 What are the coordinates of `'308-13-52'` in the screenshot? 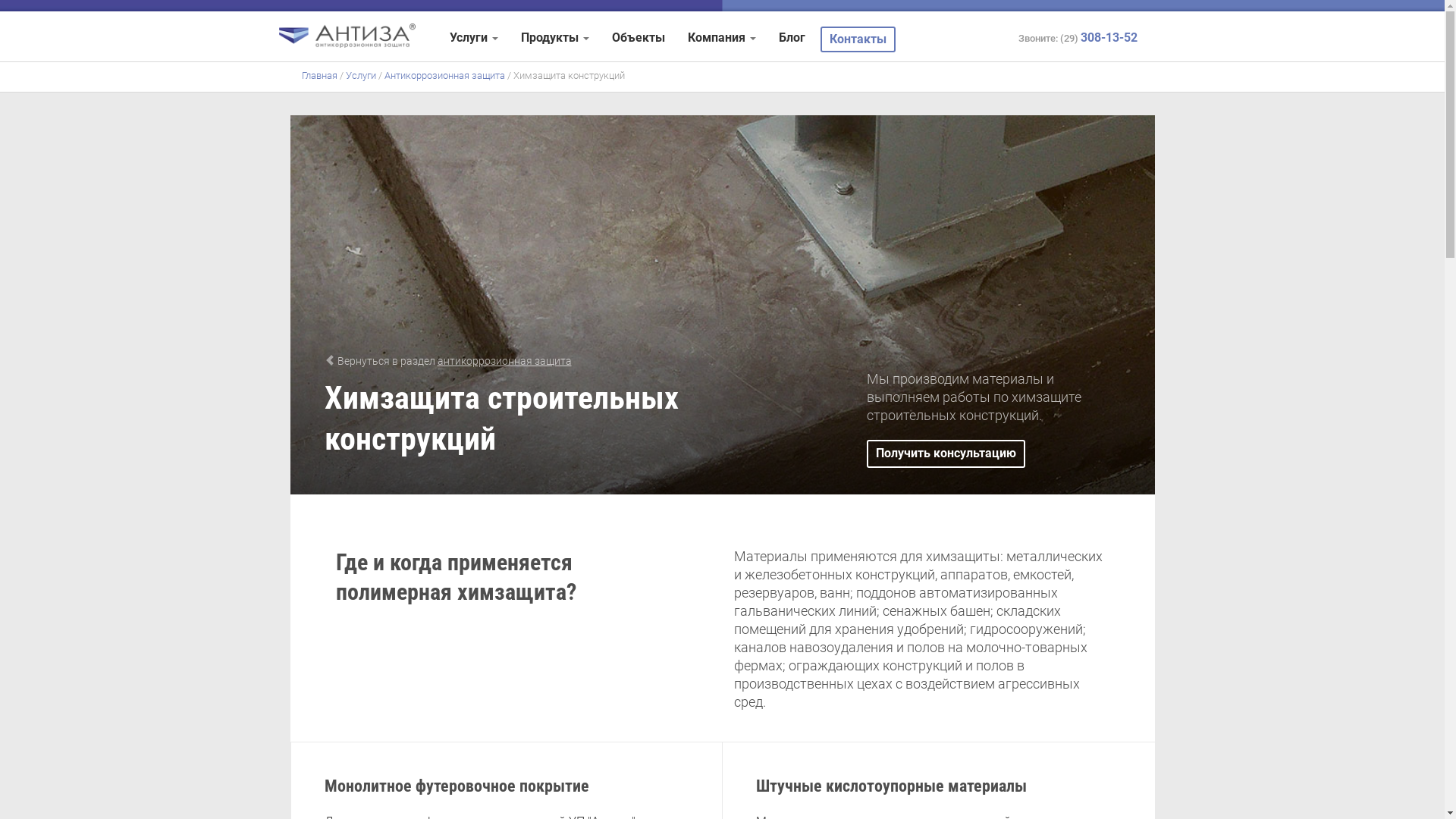 It's located at (1108, 37).